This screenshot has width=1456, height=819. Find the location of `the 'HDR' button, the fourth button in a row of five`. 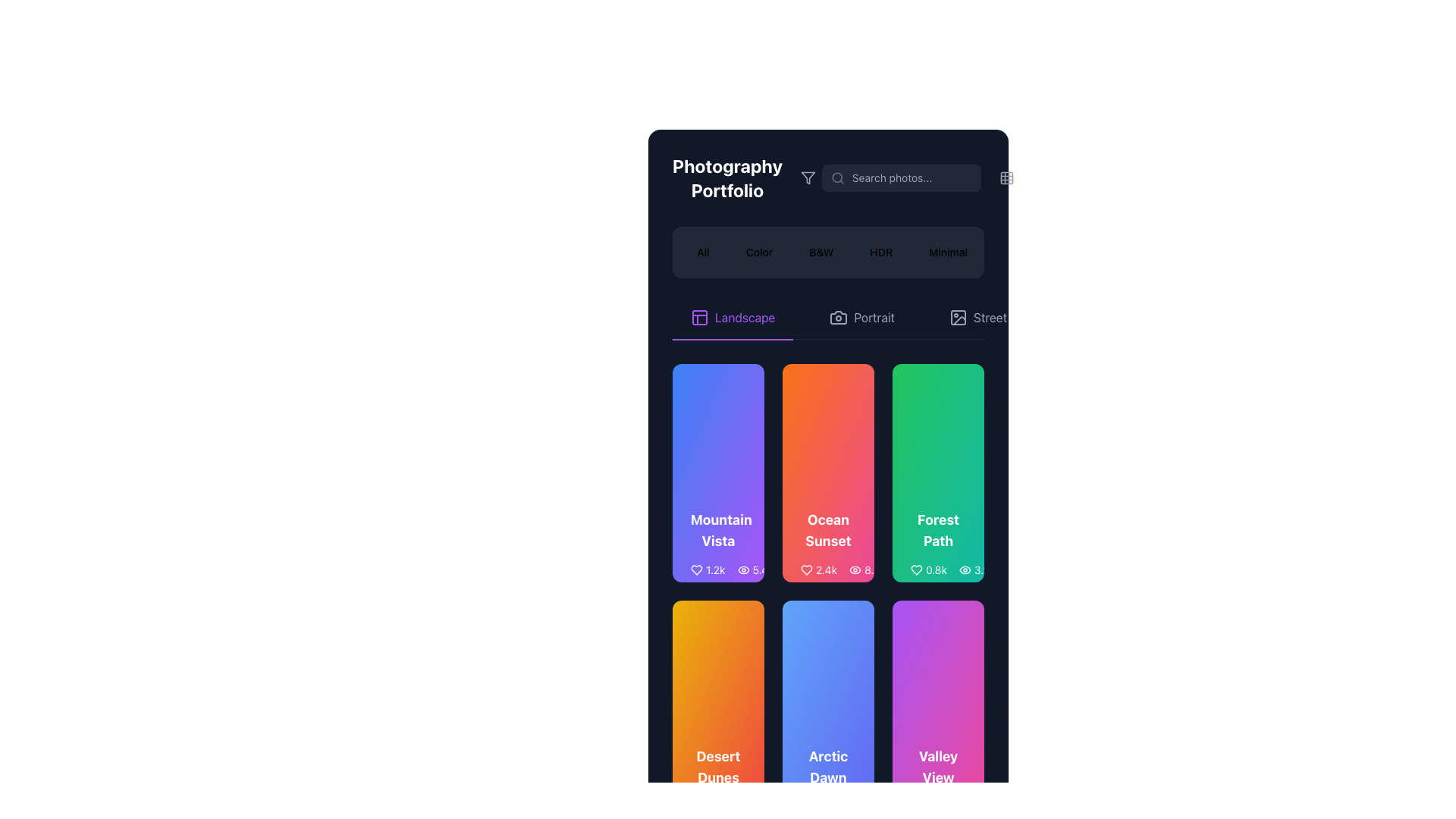

the 'HDR' button, the fourth button in a row of five is located at coordinates (881, 251).